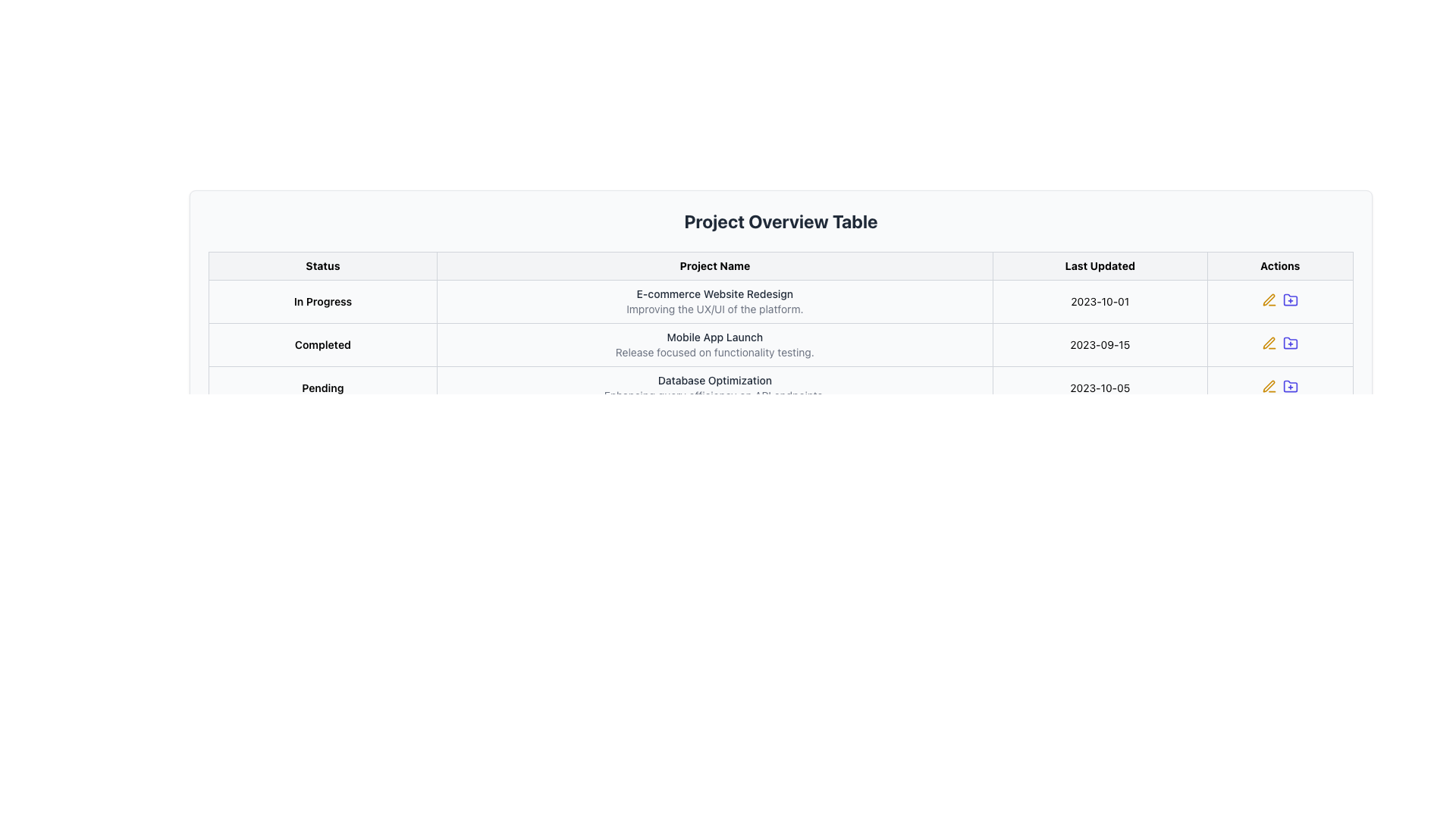 This screenshot has height=819, width=1456. Describe the element at coordinates (1290, 385) in the screenshot. I see `the folder action icon in the 'Actions' column of the third row for 'Database Optimization' in the Project Overview Table` at that location.